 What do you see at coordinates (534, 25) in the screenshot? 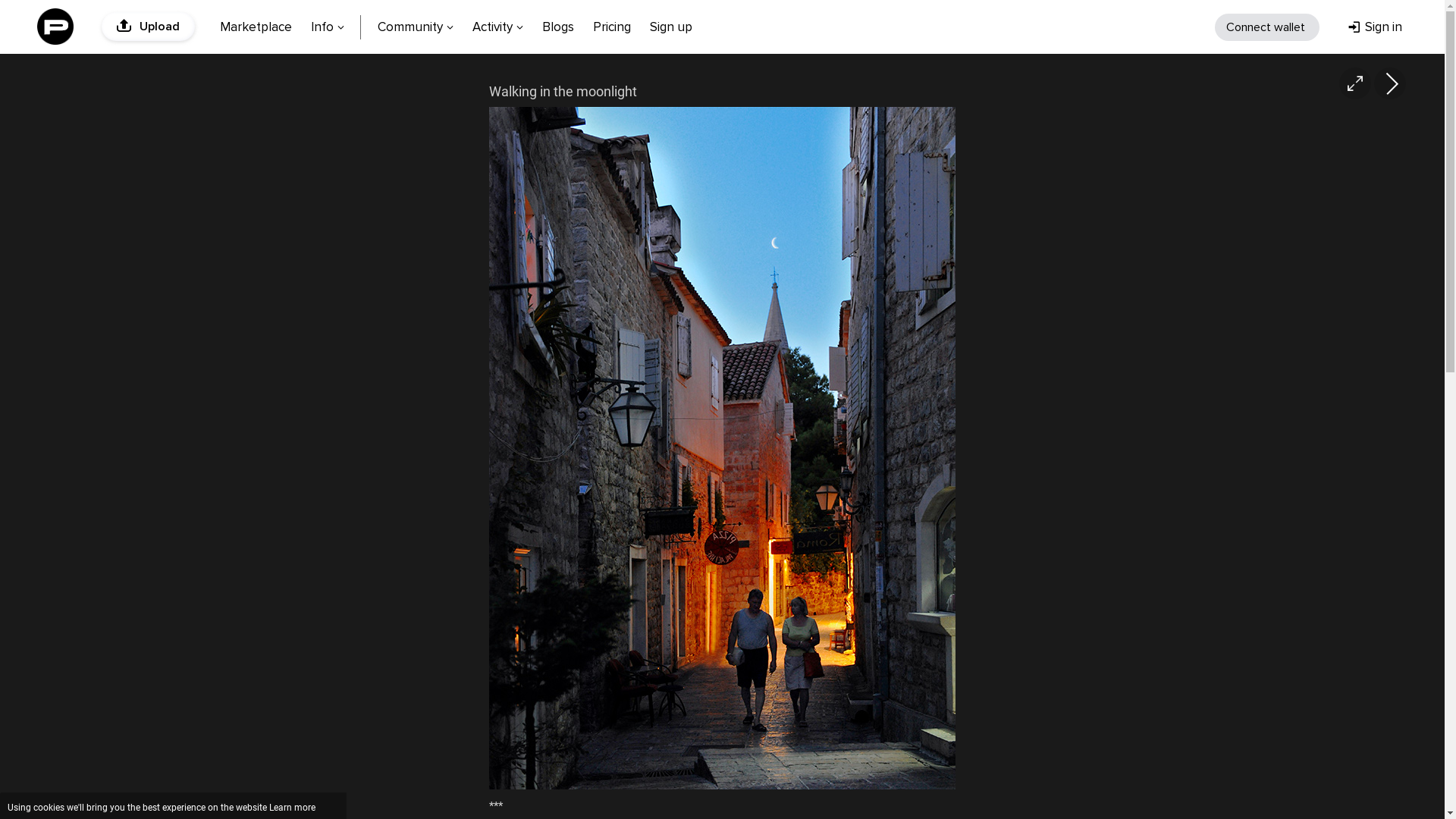
I see `'Blogs'` at bounding box center [534, 25].